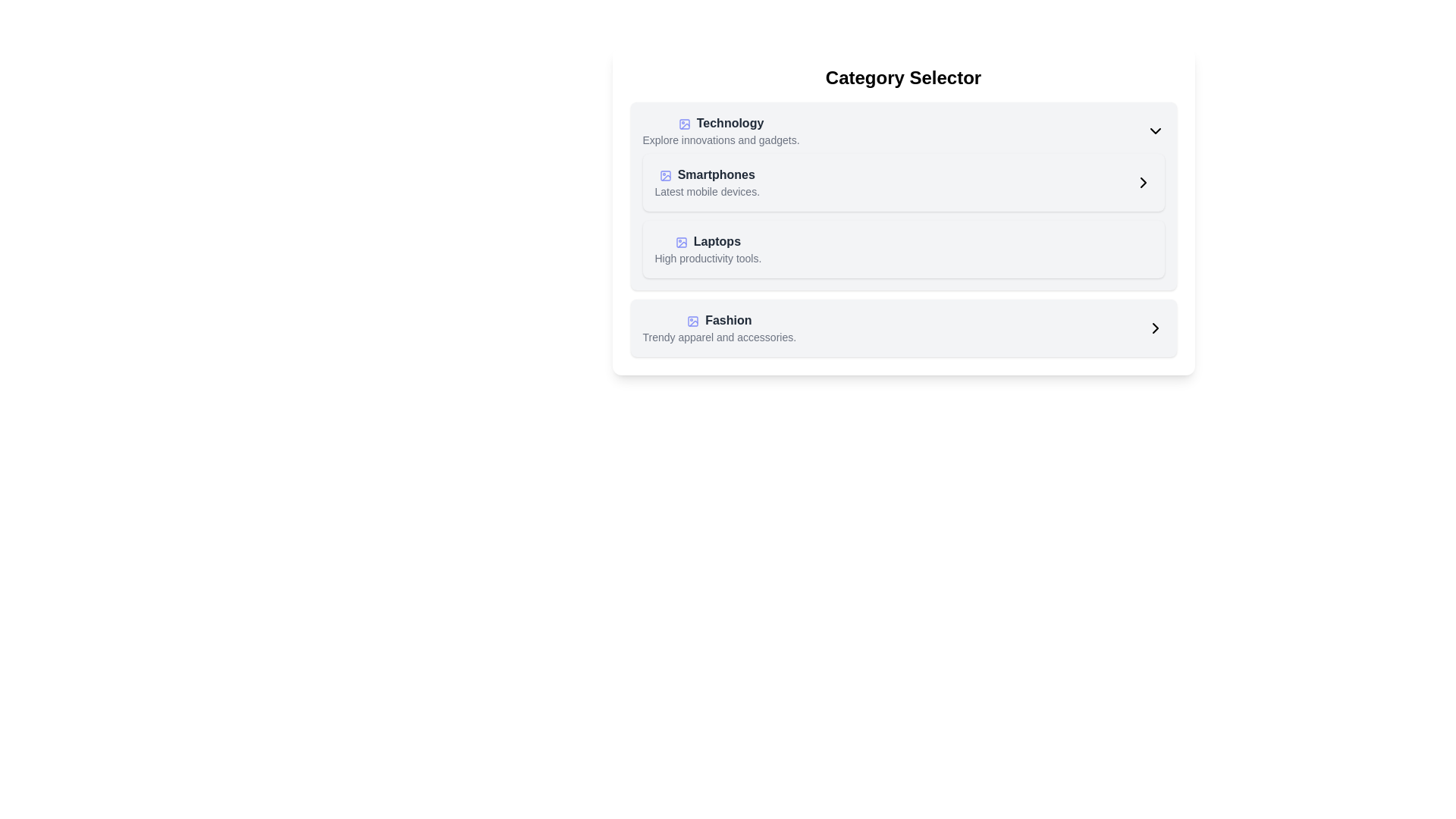 The image size is (1456, 819). Describe the element at coordinates (730, 122) in the screenshot. I see `the static text label that reads 'Technology', which is styled in bold dark gray, positioned above the text 'Explore innovations and gadgets'` at that location.